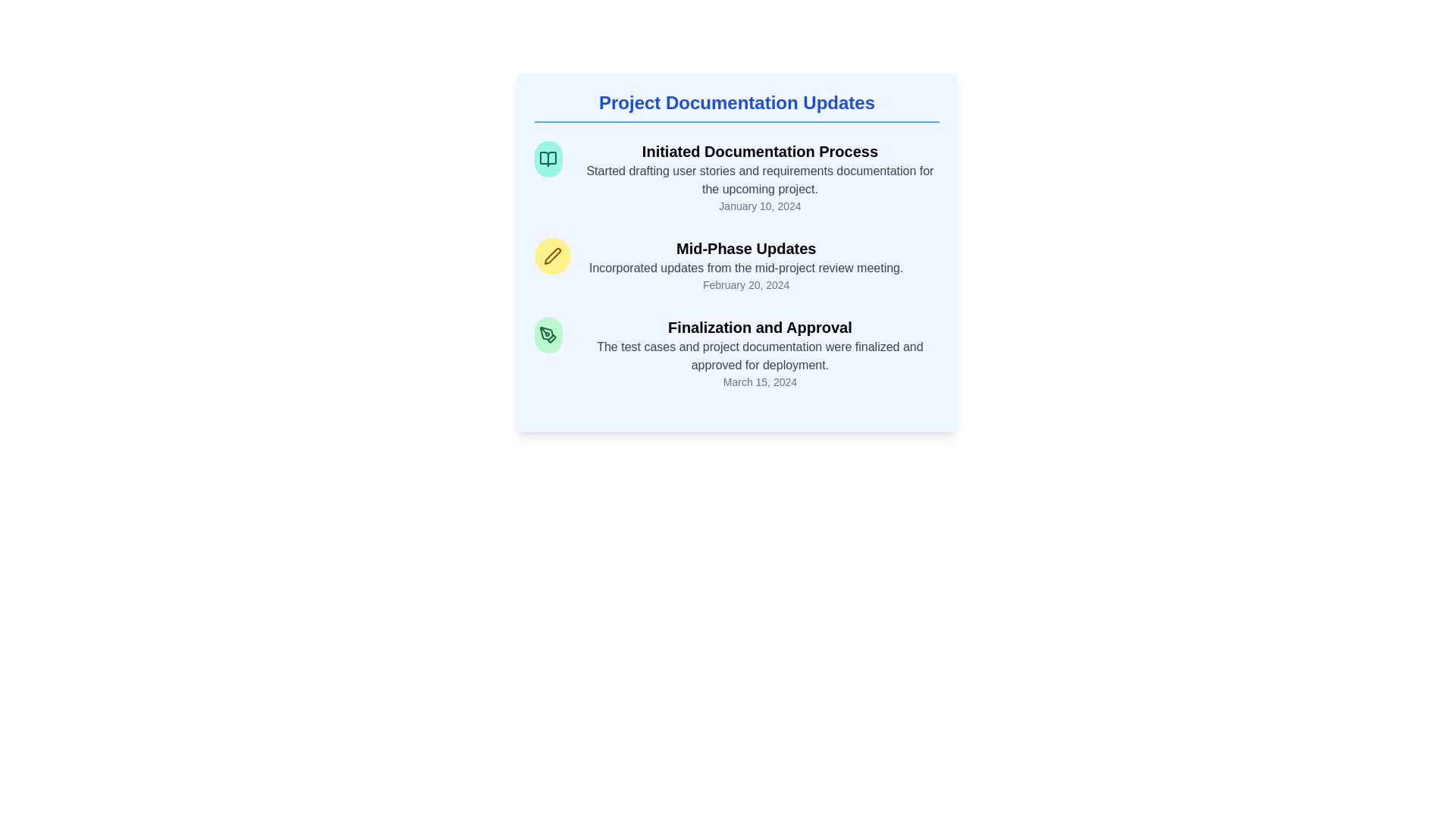 This screenshot has height=819, width=1456. I want to click on the 'Project Documentation Updates' header located at the top of the blue-themed documentation panel, so click(736, 106).